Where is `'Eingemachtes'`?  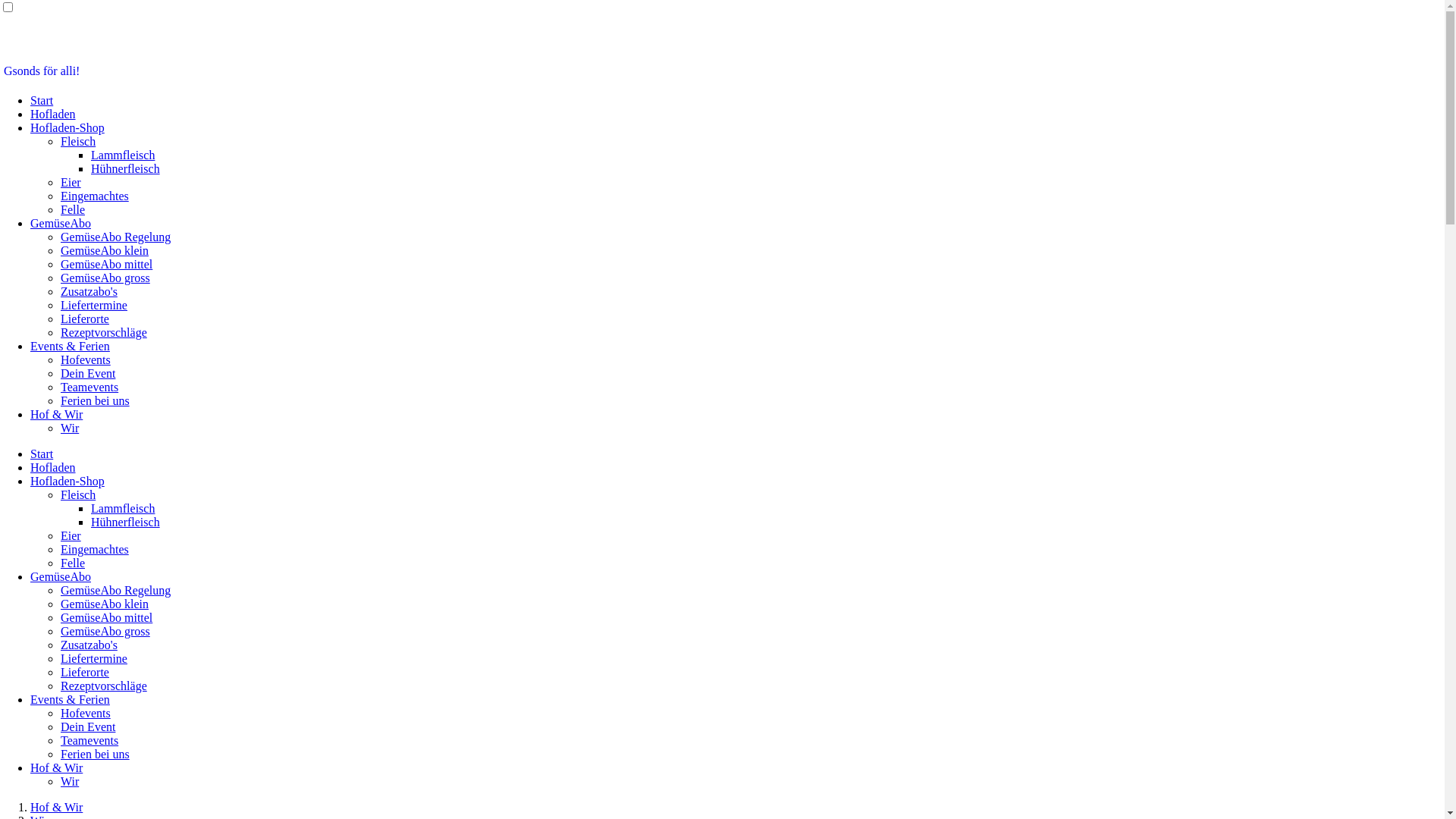 'Eingemachtes' is located at coordinates (93, 195).